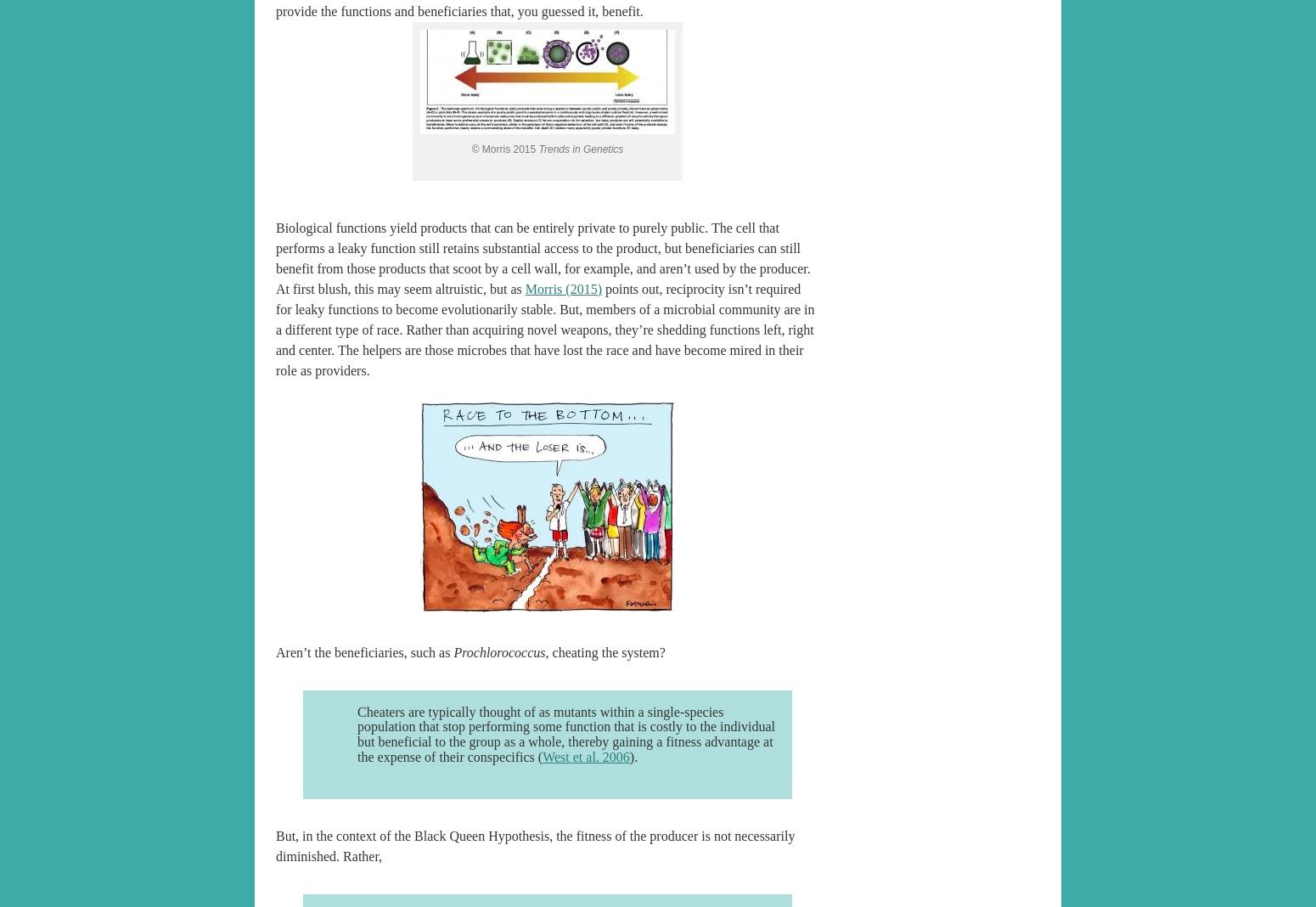  What do you see at coordinates (399, 287) in the screenshot?
I see `'At first blush, this may seem altruistic, but as'` at bounding box center [399, 287].